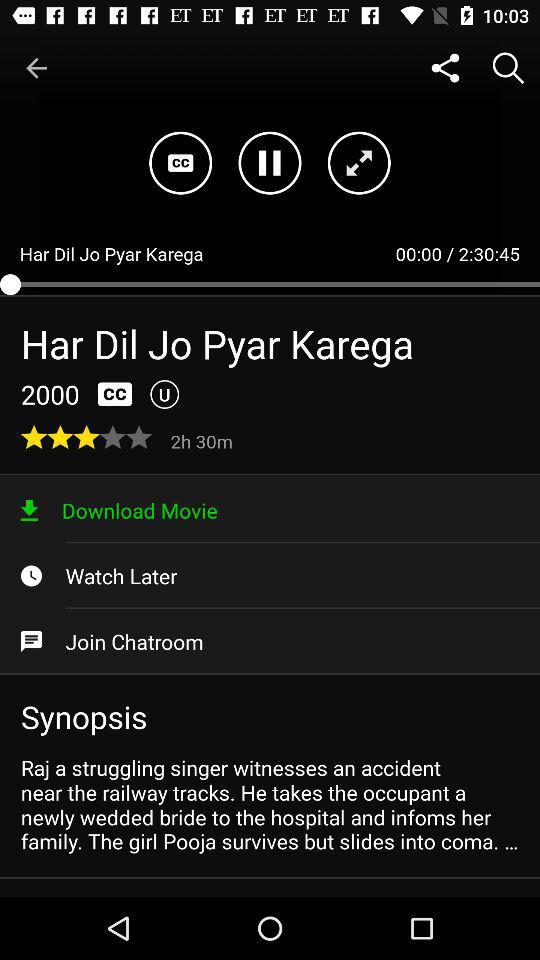  Describe the element at coordinates (203, 440) in the screenshot. I see `item above download movie icon` at that location.